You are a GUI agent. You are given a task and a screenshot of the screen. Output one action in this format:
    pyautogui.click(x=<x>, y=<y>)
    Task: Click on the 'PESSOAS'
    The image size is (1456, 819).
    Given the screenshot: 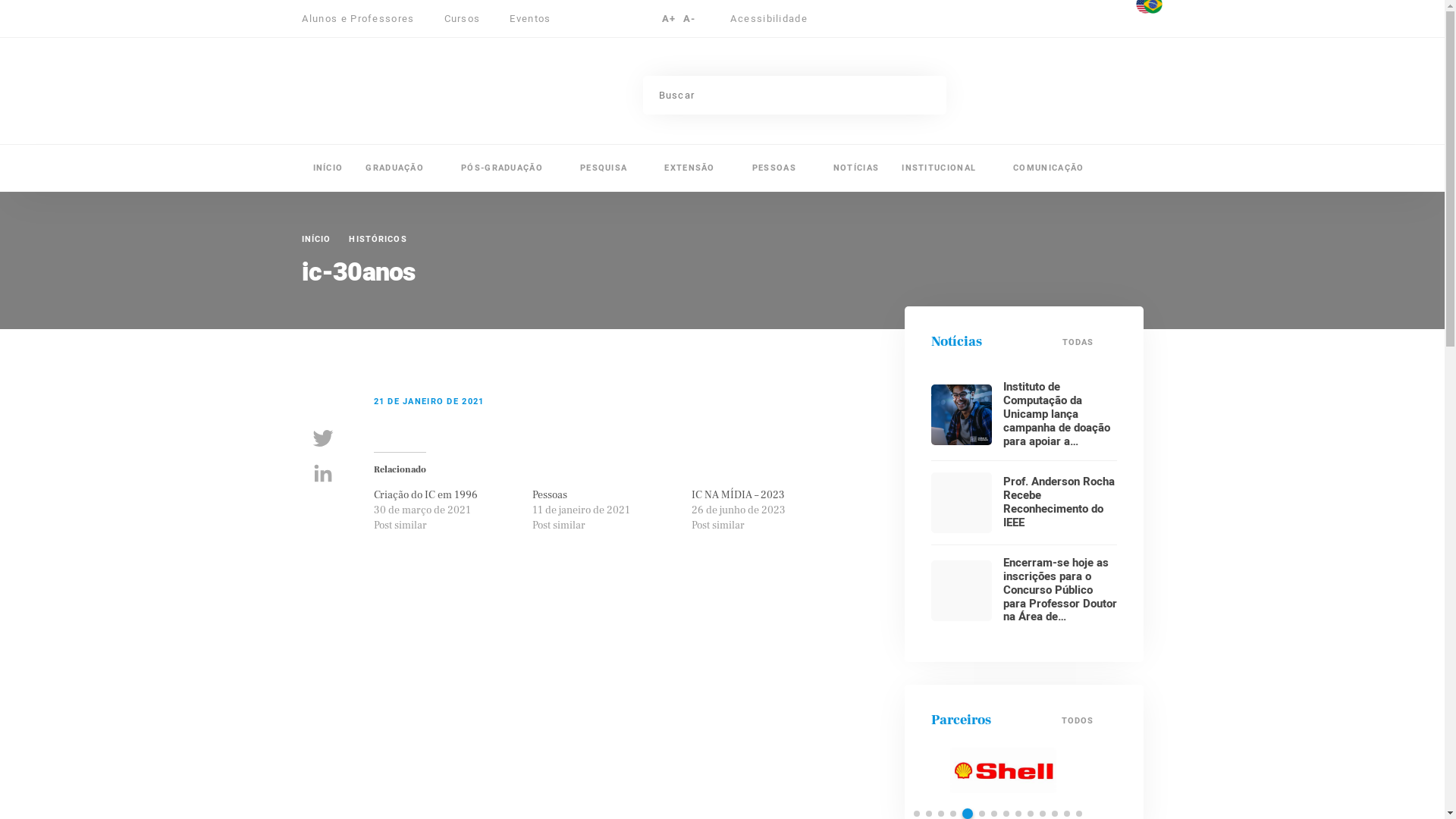 What is the action you would take?
    pyautogui.click(x=781, y=168)
    